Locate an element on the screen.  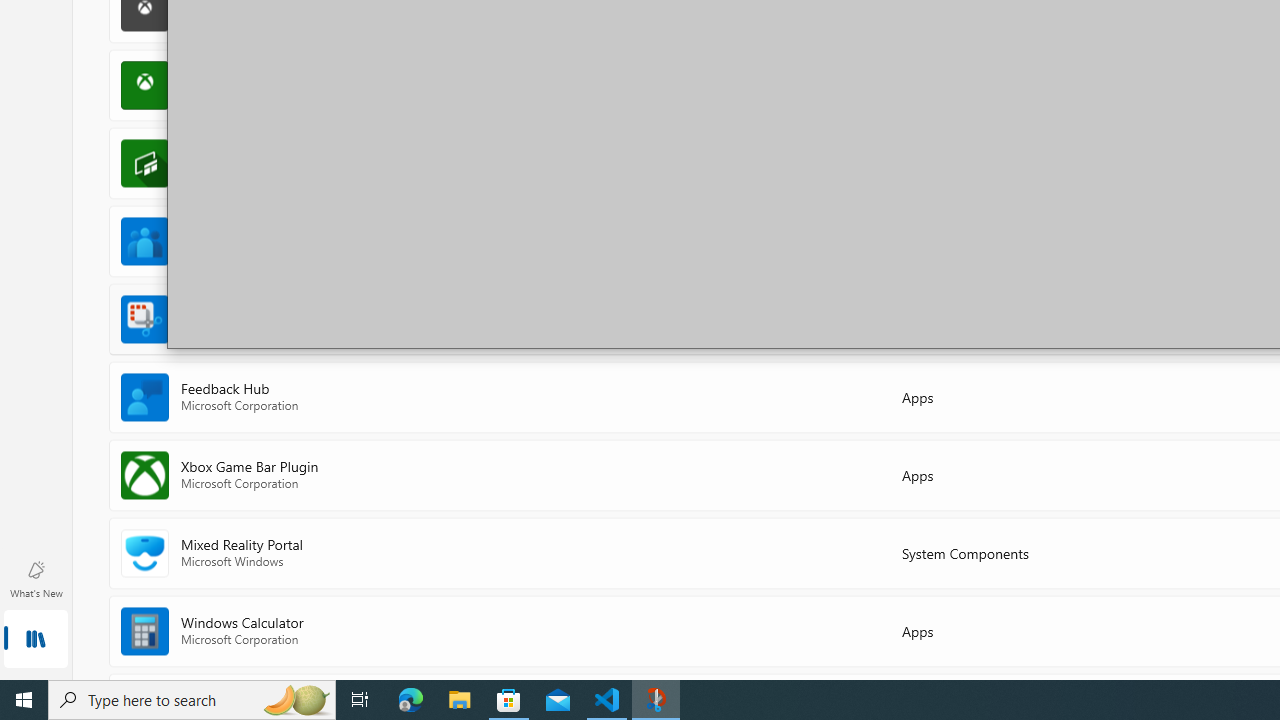
'What' is located at coordinates (35, 578).